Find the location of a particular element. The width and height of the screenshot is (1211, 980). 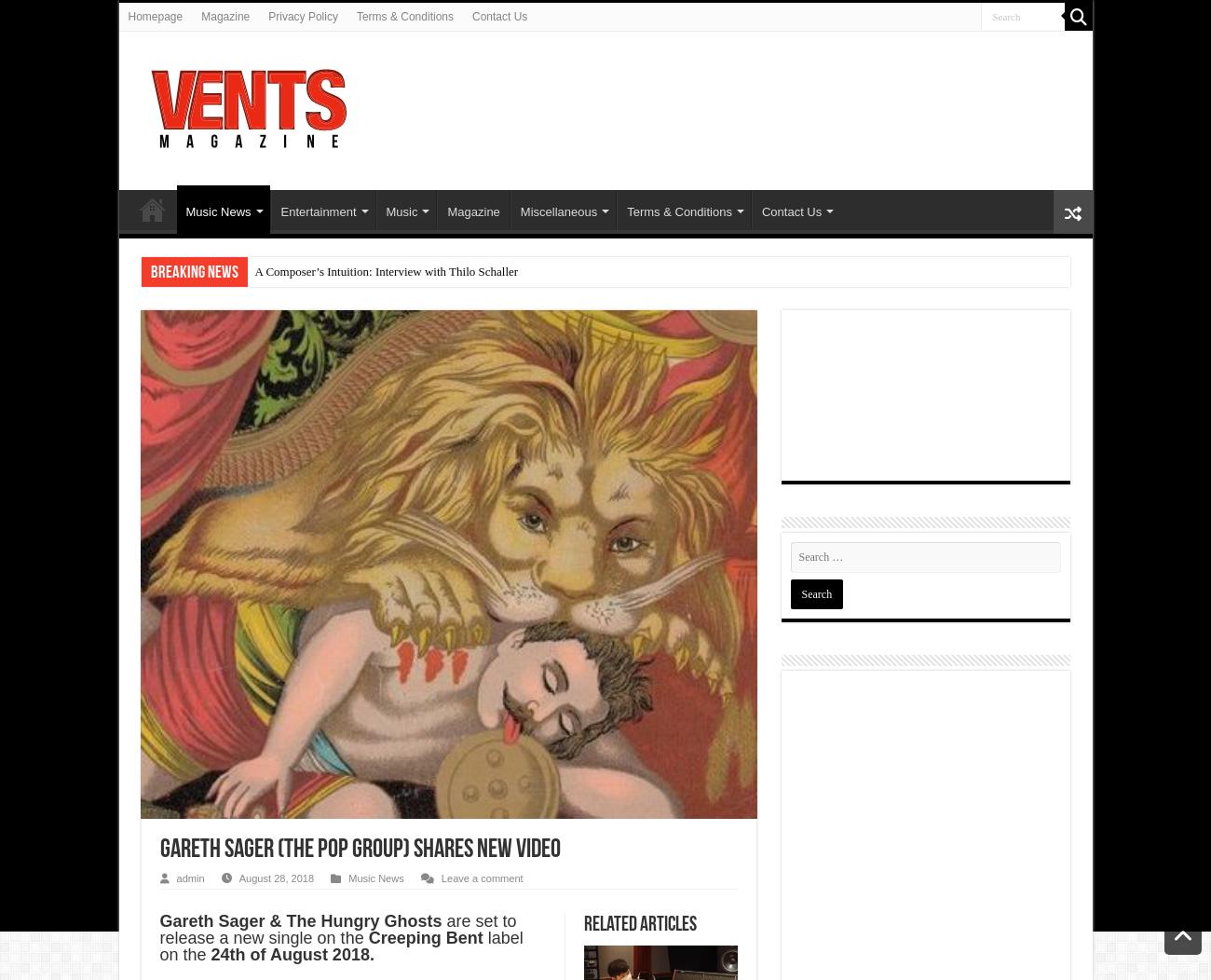

'August 28, 2018' is located at coordinates (276, 878).